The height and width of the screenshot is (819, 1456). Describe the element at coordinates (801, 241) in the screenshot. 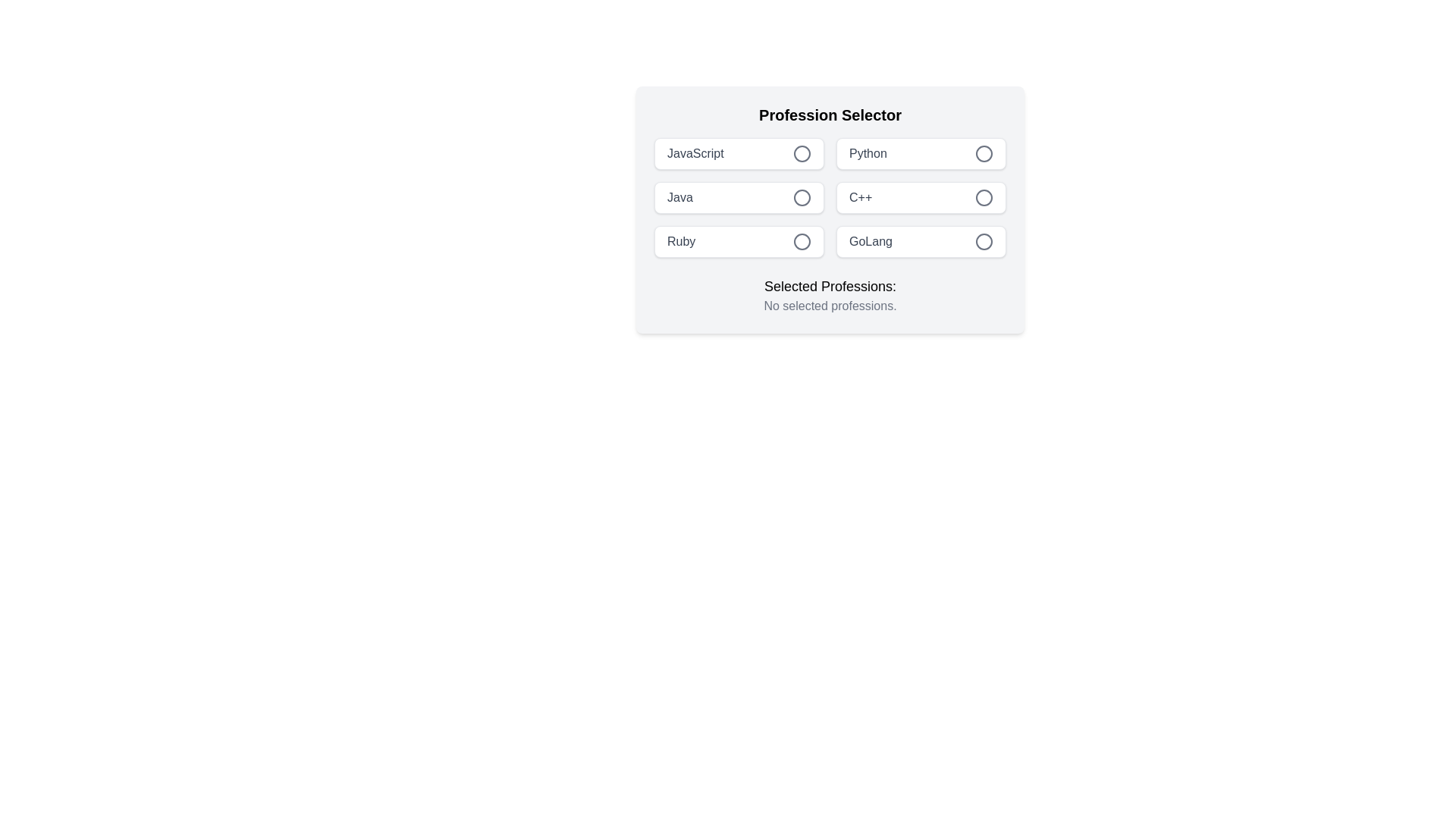

I see `the circular radio button indicator for the 'Ruby' option in the 'Profession Selector' section` at that location.